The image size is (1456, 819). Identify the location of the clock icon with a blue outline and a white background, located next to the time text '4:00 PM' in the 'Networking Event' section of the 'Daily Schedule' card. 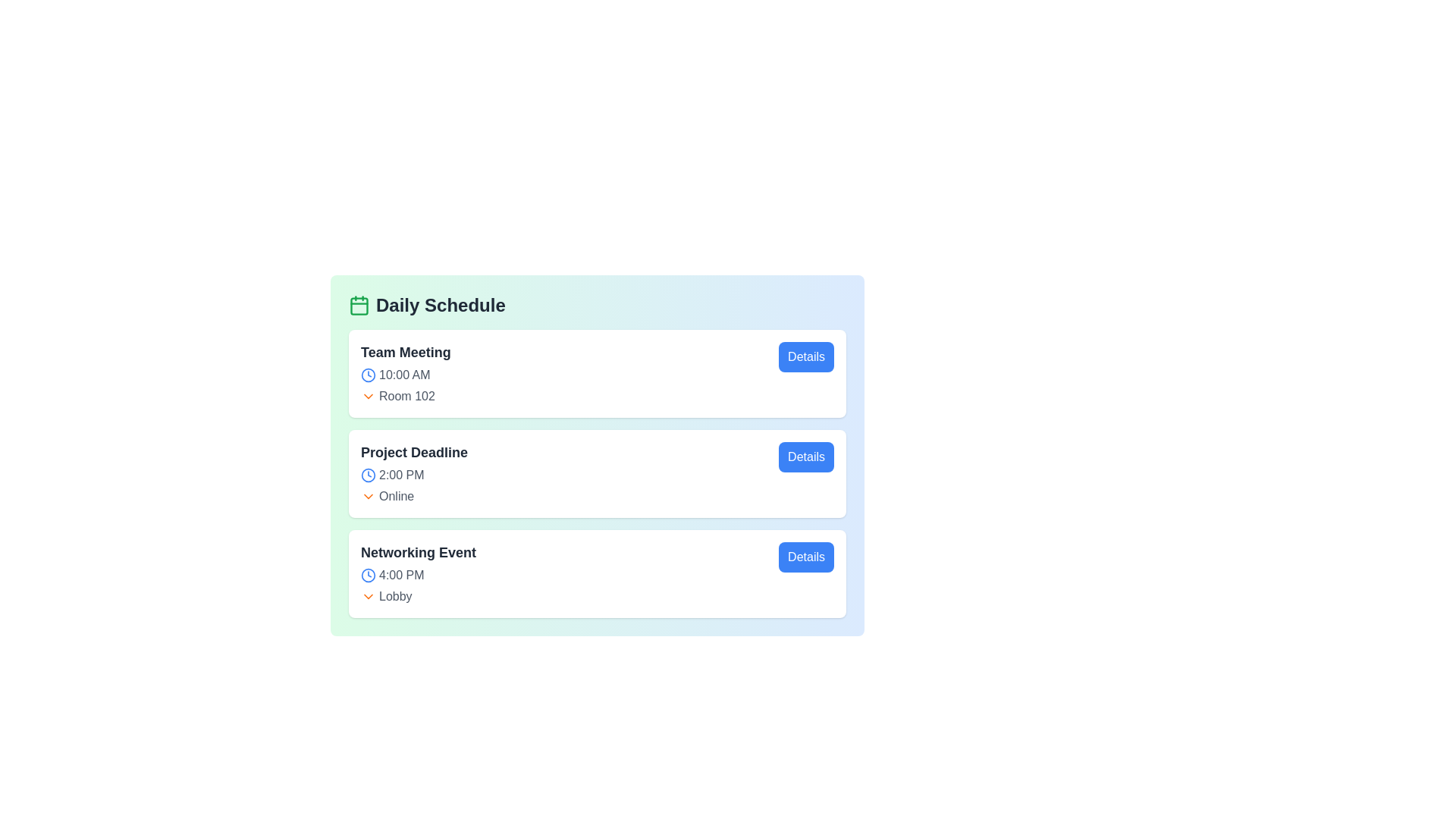
(368, 576).